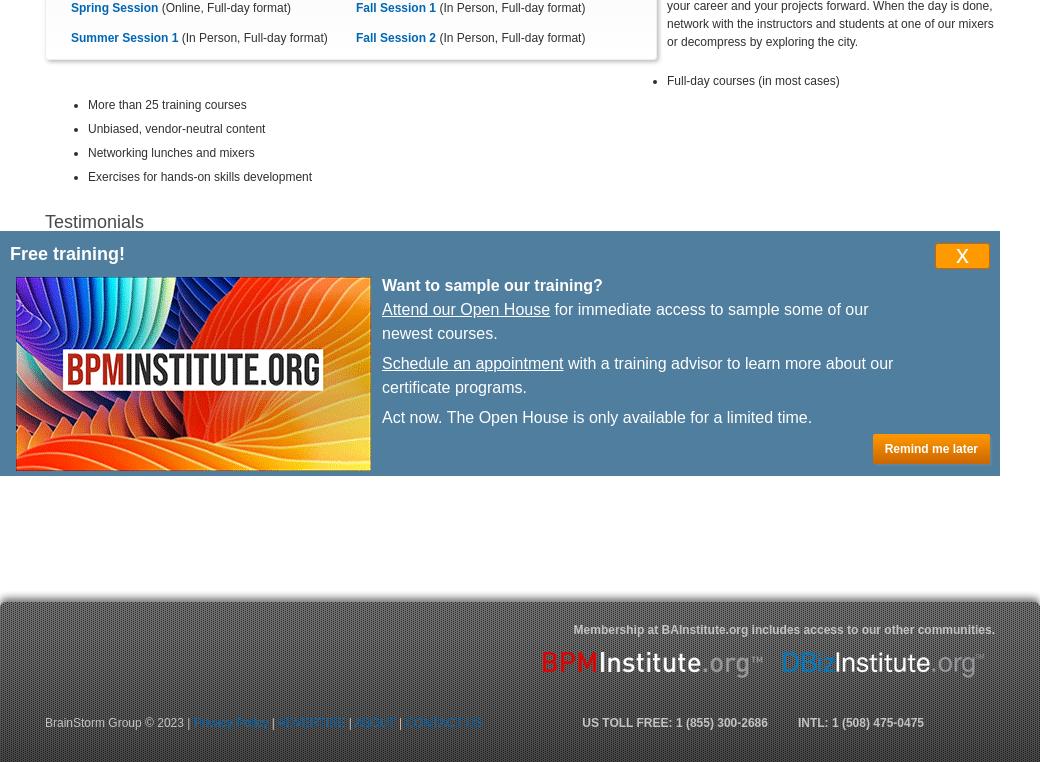 This screenshot has height=762, width=1040. What do you see at coordinates (66, 253) in the screenshot?
I see `'Free training!'` at bounding box center [66, 253].